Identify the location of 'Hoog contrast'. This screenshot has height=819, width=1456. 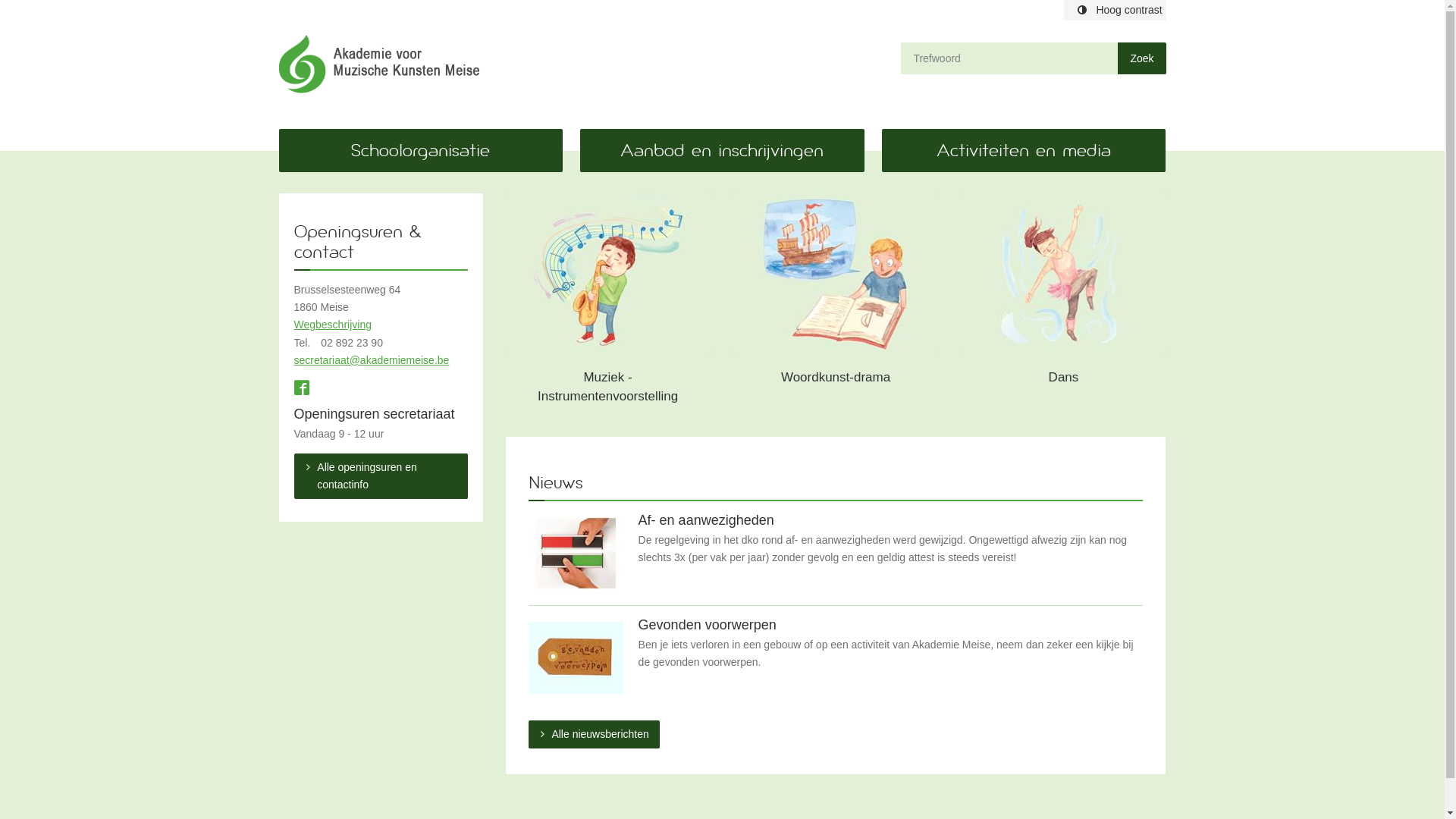
(1114, 10).